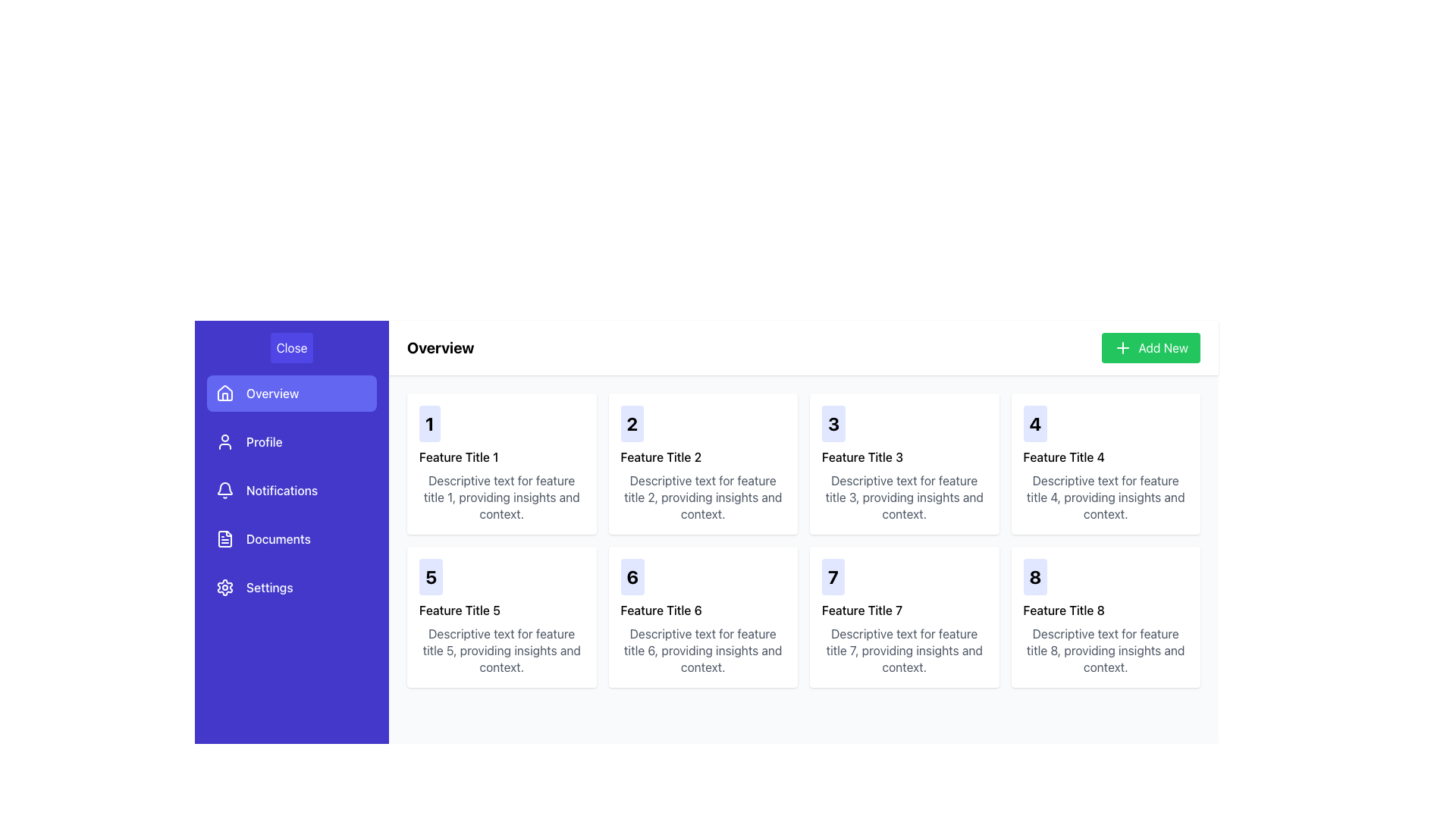 The height and width of the screenshot is (819, 1456). What do you see at coordinates (291, 441) in the screenshot?
I see `the 'Profile' button located in the vertical navigation menu, which is the second item below the 'Overview' button and above the 'Notifications' button` at bounding box center [291, 441].